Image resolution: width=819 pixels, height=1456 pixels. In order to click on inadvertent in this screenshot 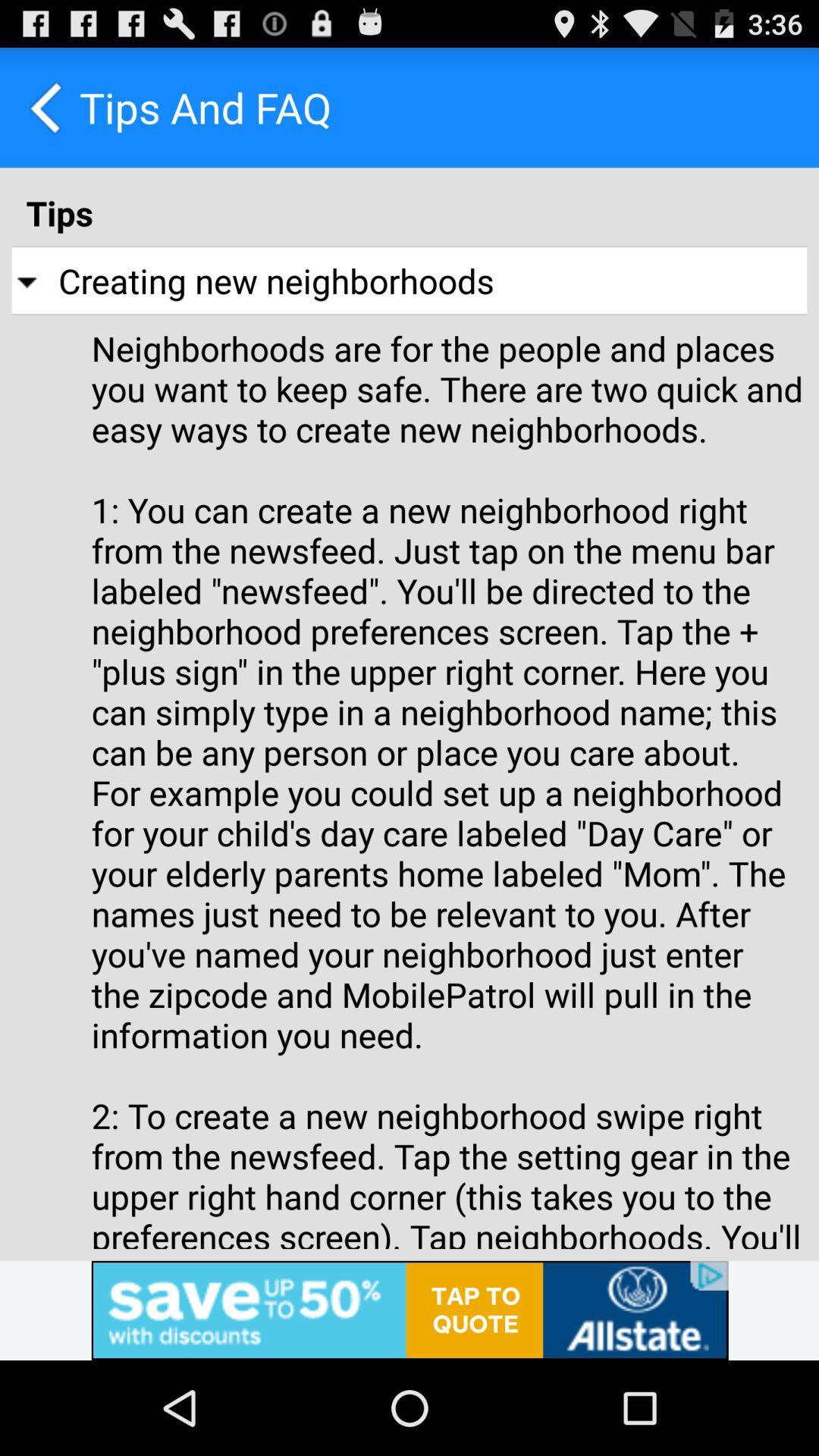, I will do `click(409, 1310)`.